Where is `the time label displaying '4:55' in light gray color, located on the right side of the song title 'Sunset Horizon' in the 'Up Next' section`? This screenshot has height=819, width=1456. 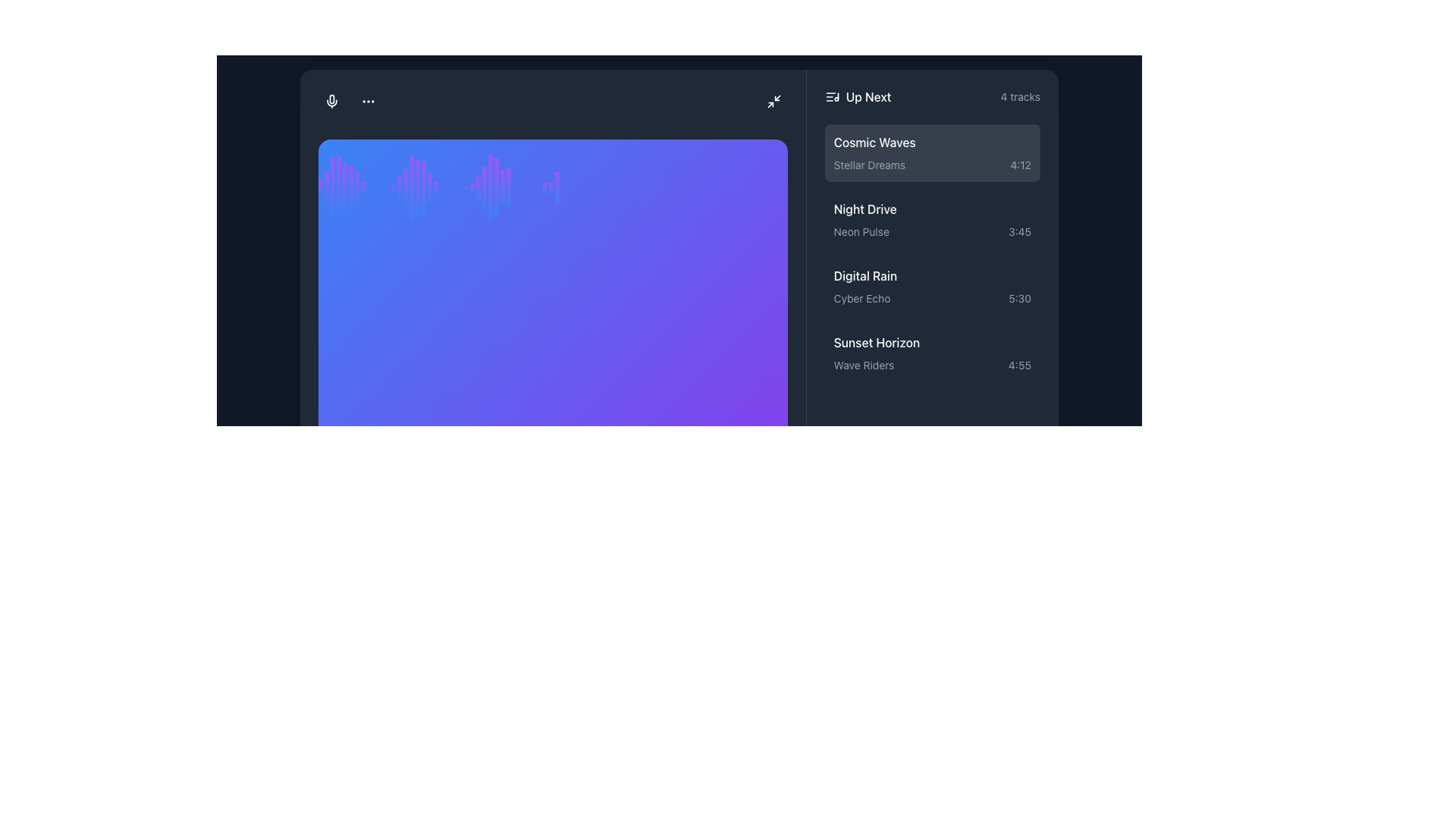 the time label displaying '4:55' in light gray color, located on the right side of the song title 'Sunset Horizon' in the 'Up Next' section is located at coordinates (1019, 365).